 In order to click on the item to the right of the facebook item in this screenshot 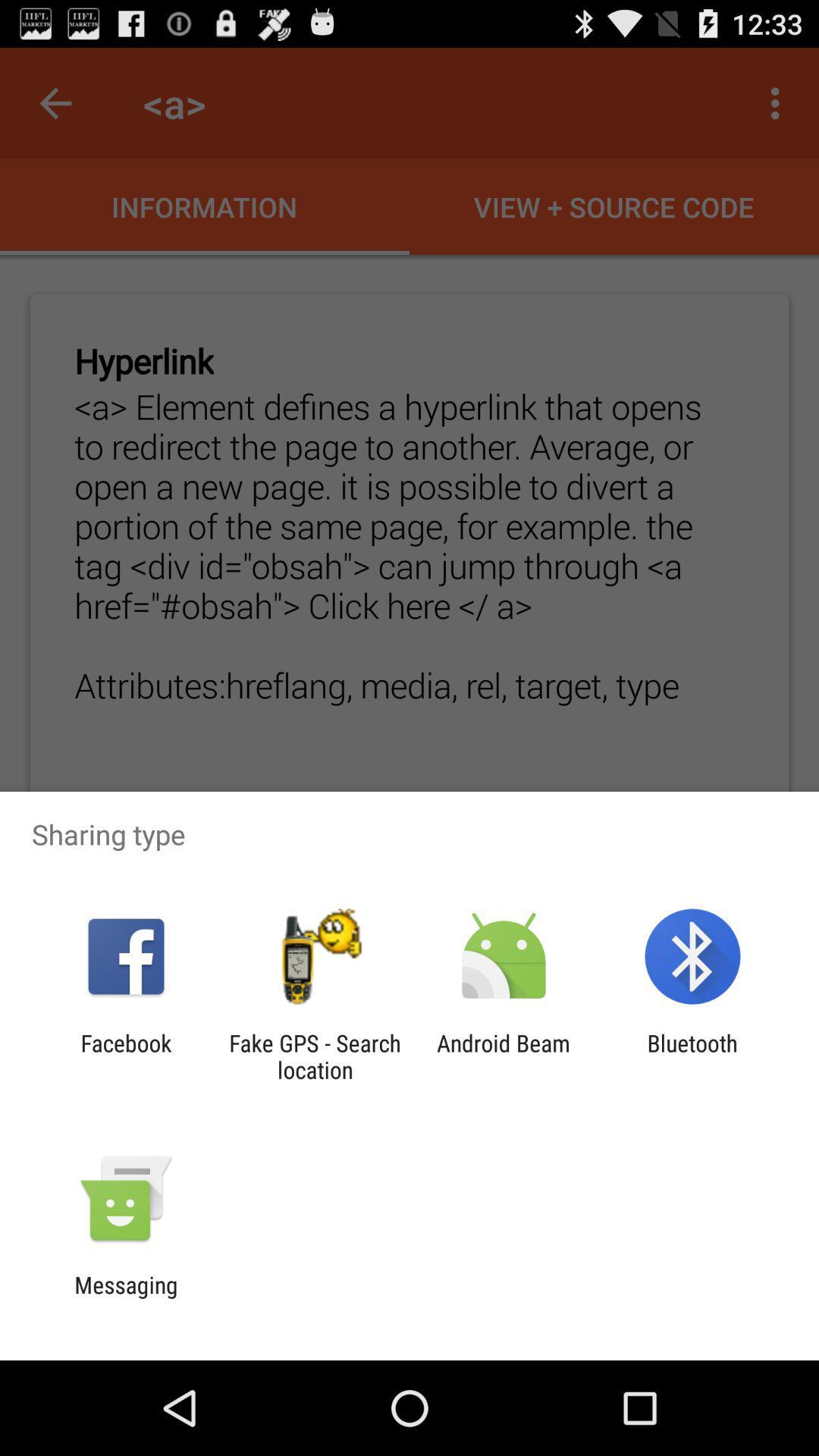, I will do `click(314, 1056)`.